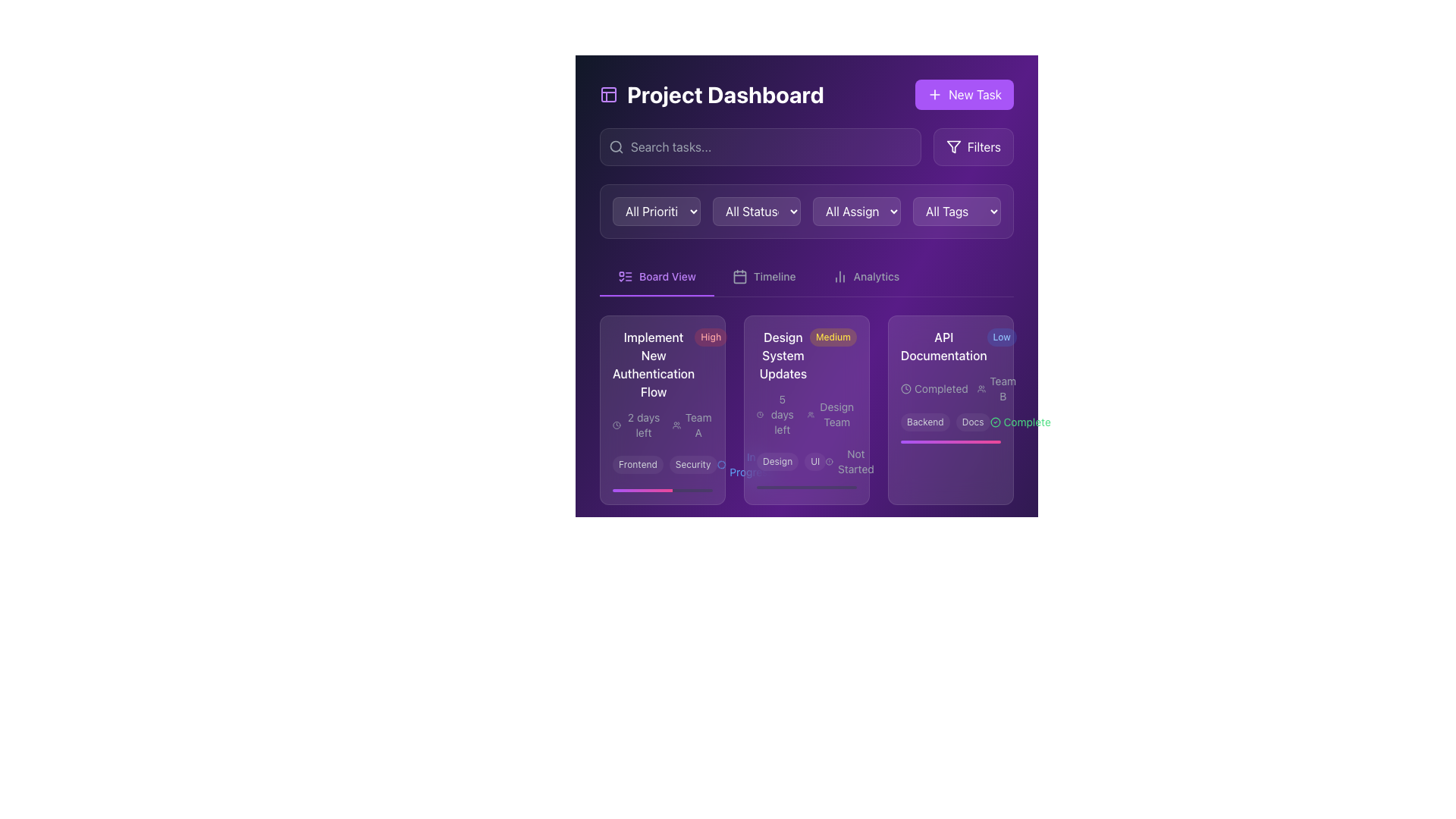 Image resolution: width=1456 pixels, height=819 pixels. I want to click on the progress bar located in the 'API Documentation' card within the 'Project Dashboard' interface, positioned beneath the tags 'Backend' and 'Docs', so click(949, 441).